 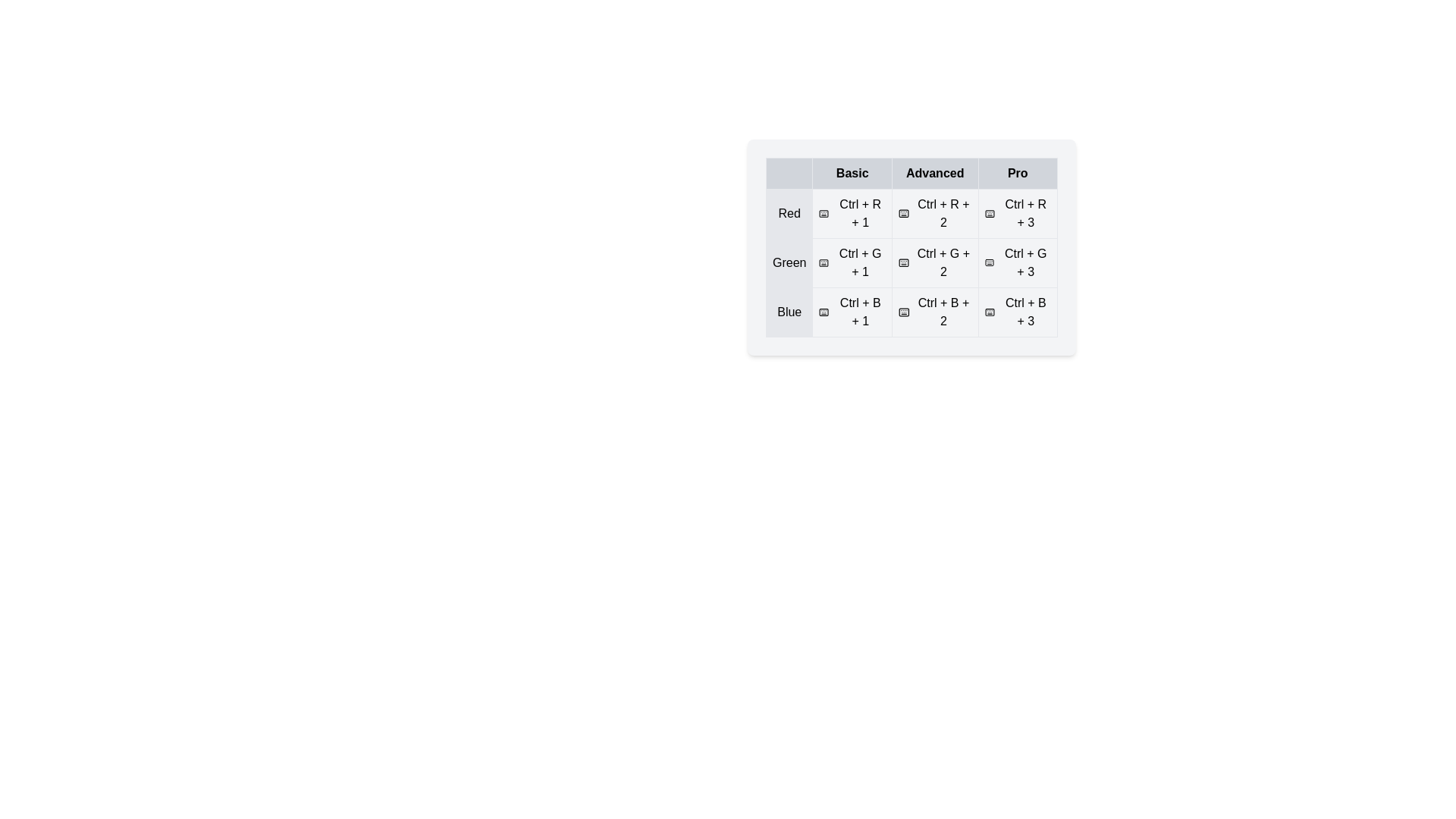 I want to click on the table cell that provides information about the shortcut key sequence for the 'Green' category under the 'Advanced' level, so click(x=911, y=262).